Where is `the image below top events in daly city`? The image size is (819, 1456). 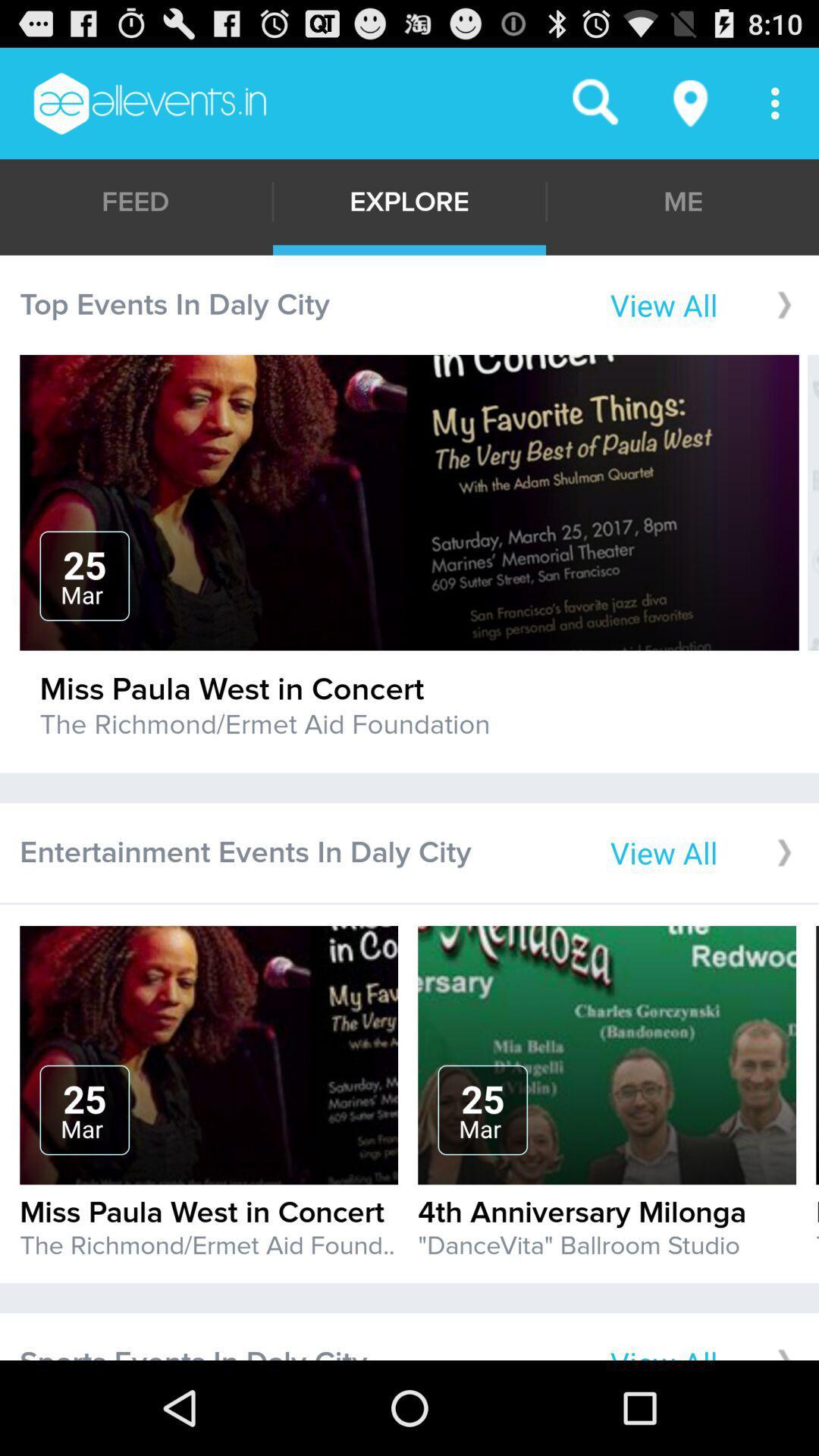 the image below top events in daly city is located at coordinates (409, 502).